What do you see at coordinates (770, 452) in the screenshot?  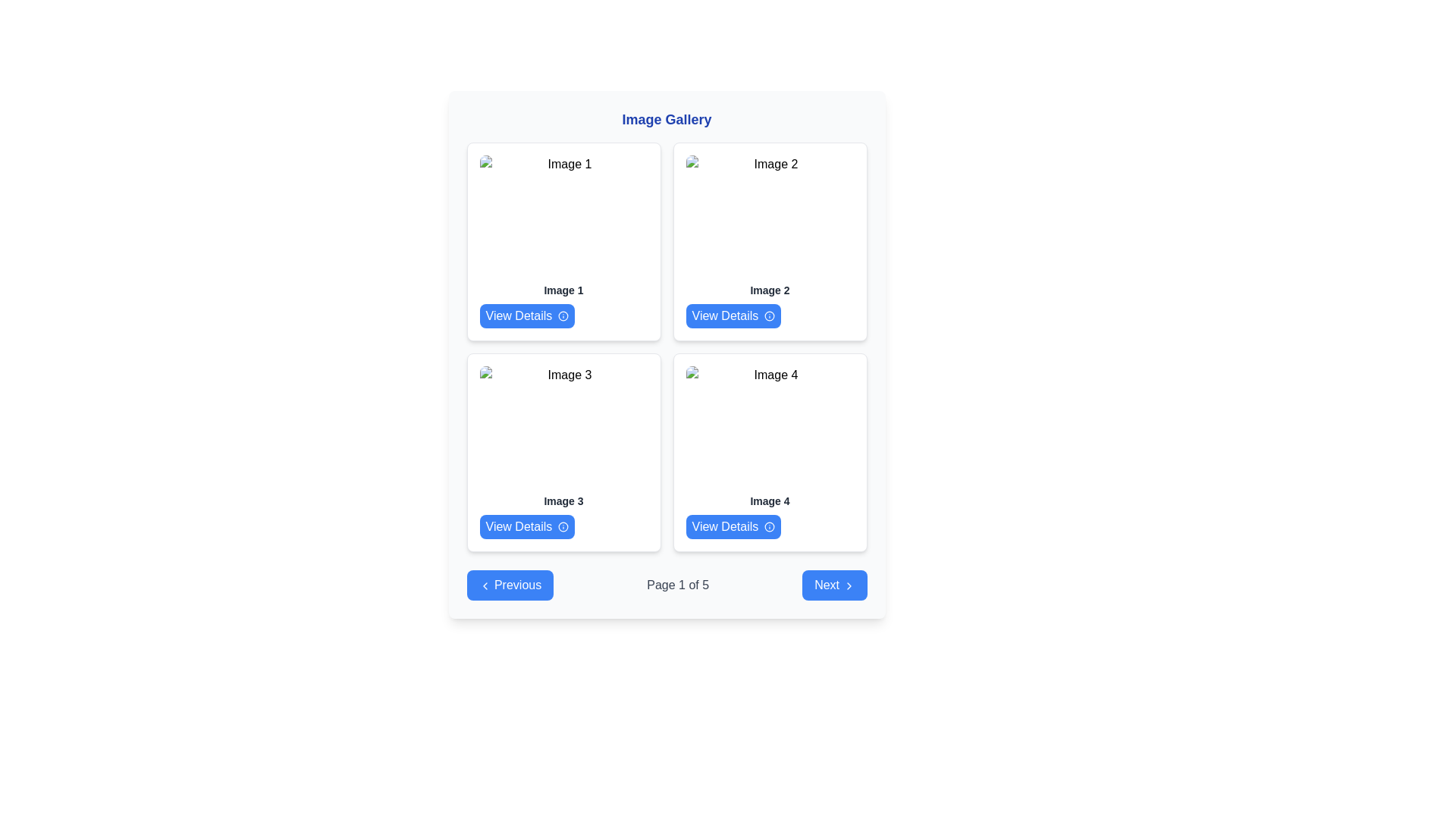 I see `the 'View Details' button on the interactive card located at the bottom-right quadrant of the grid` at bounding box center [770, 452].